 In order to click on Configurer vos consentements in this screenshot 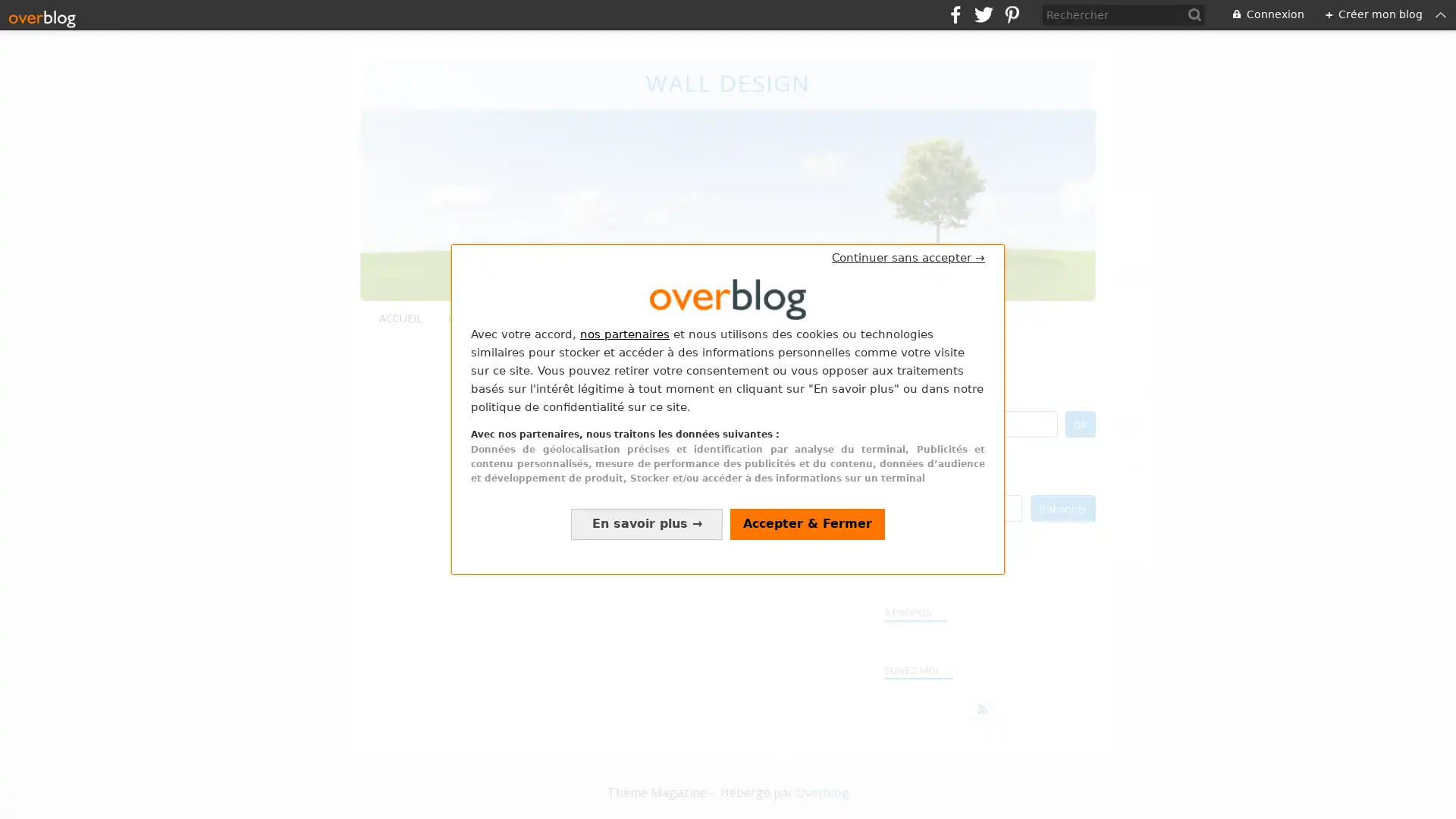, I will do `click(647, 522)`.